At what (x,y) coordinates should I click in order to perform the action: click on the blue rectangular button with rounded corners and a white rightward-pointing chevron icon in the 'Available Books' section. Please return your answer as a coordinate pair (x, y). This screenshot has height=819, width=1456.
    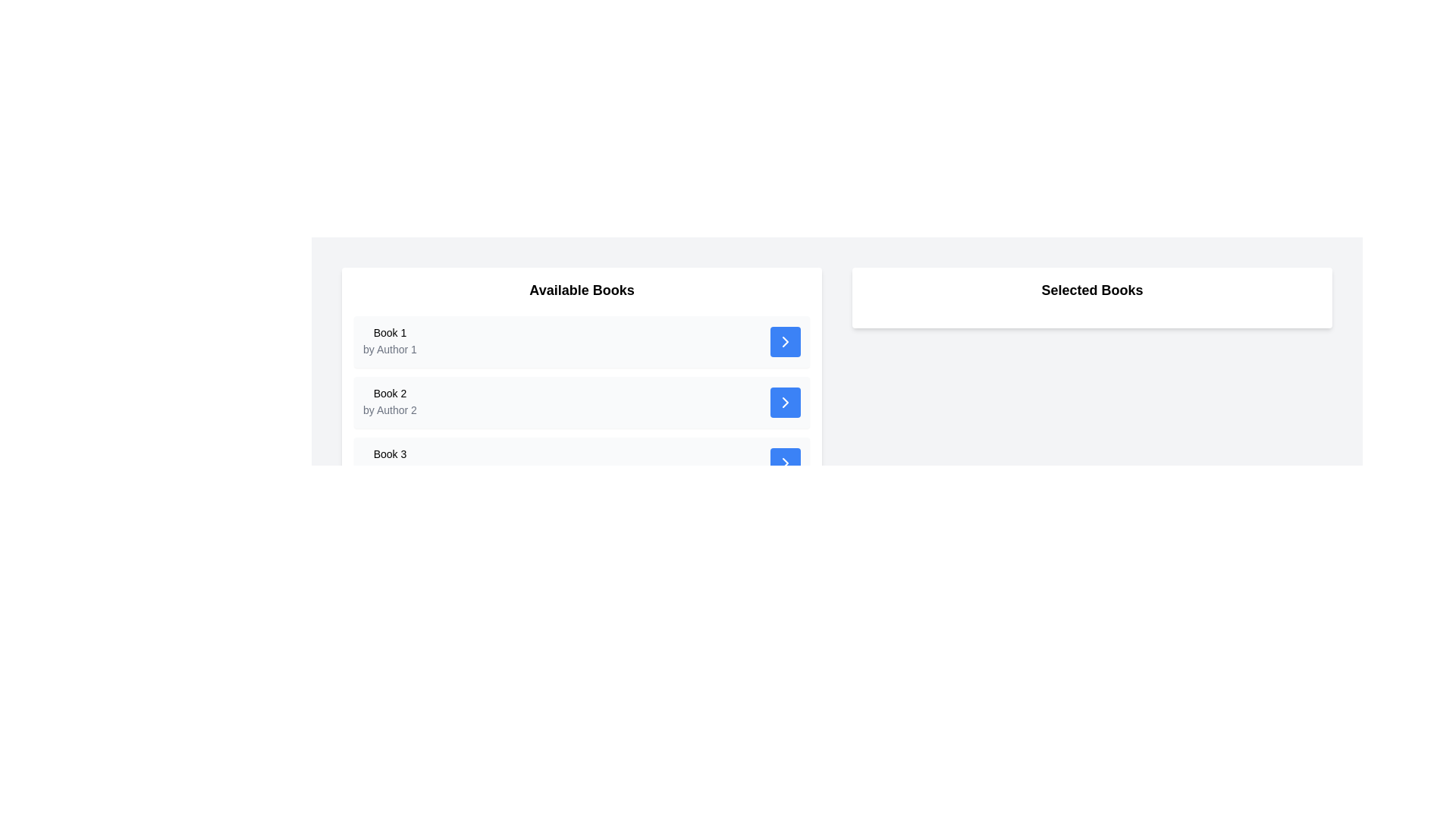
    Looking at the image, I should click on (786, 462).